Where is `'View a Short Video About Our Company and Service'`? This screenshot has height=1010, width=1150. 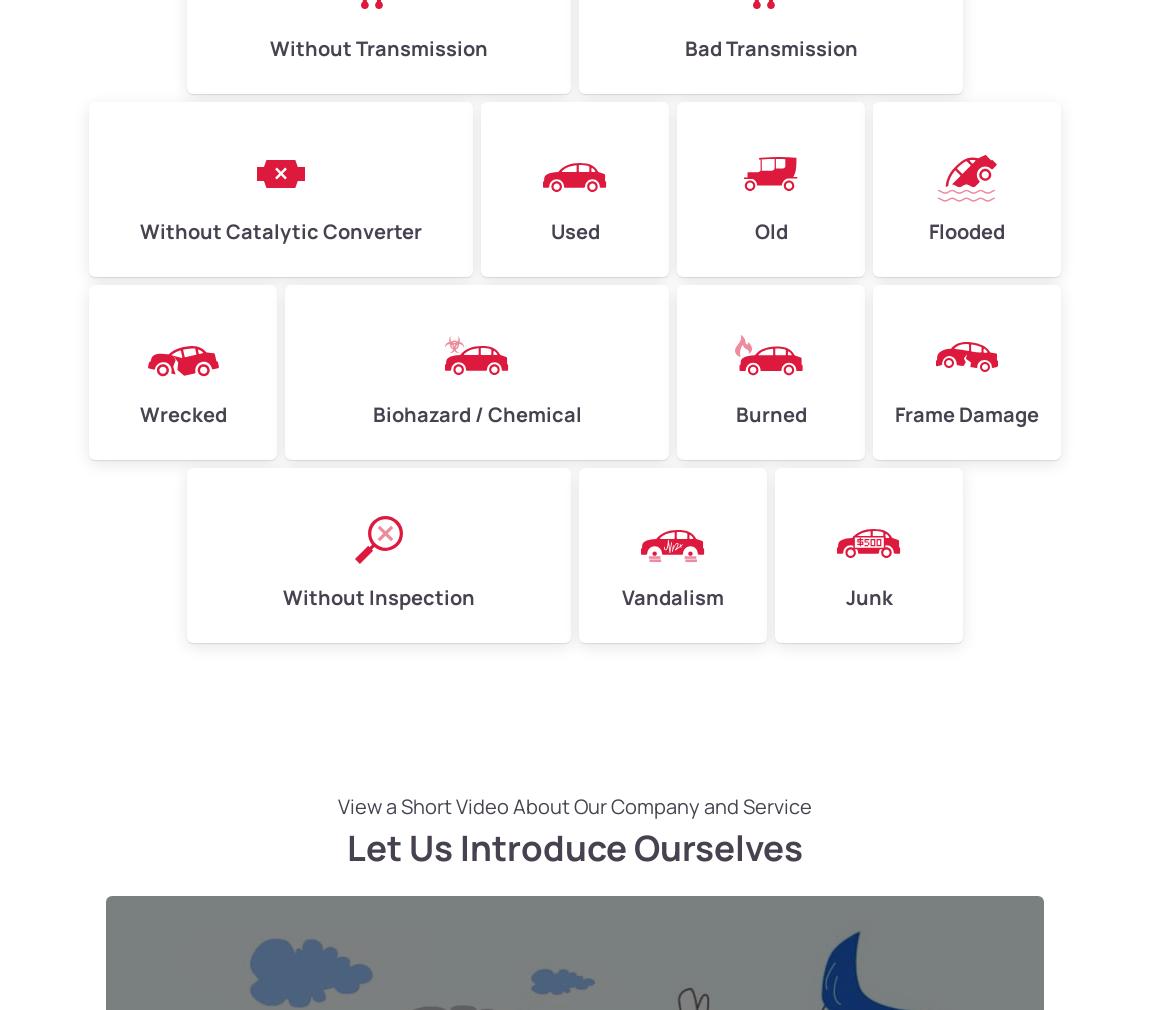 'View a Short Video About Our Company and Service' is located at coordinates (575, 806).